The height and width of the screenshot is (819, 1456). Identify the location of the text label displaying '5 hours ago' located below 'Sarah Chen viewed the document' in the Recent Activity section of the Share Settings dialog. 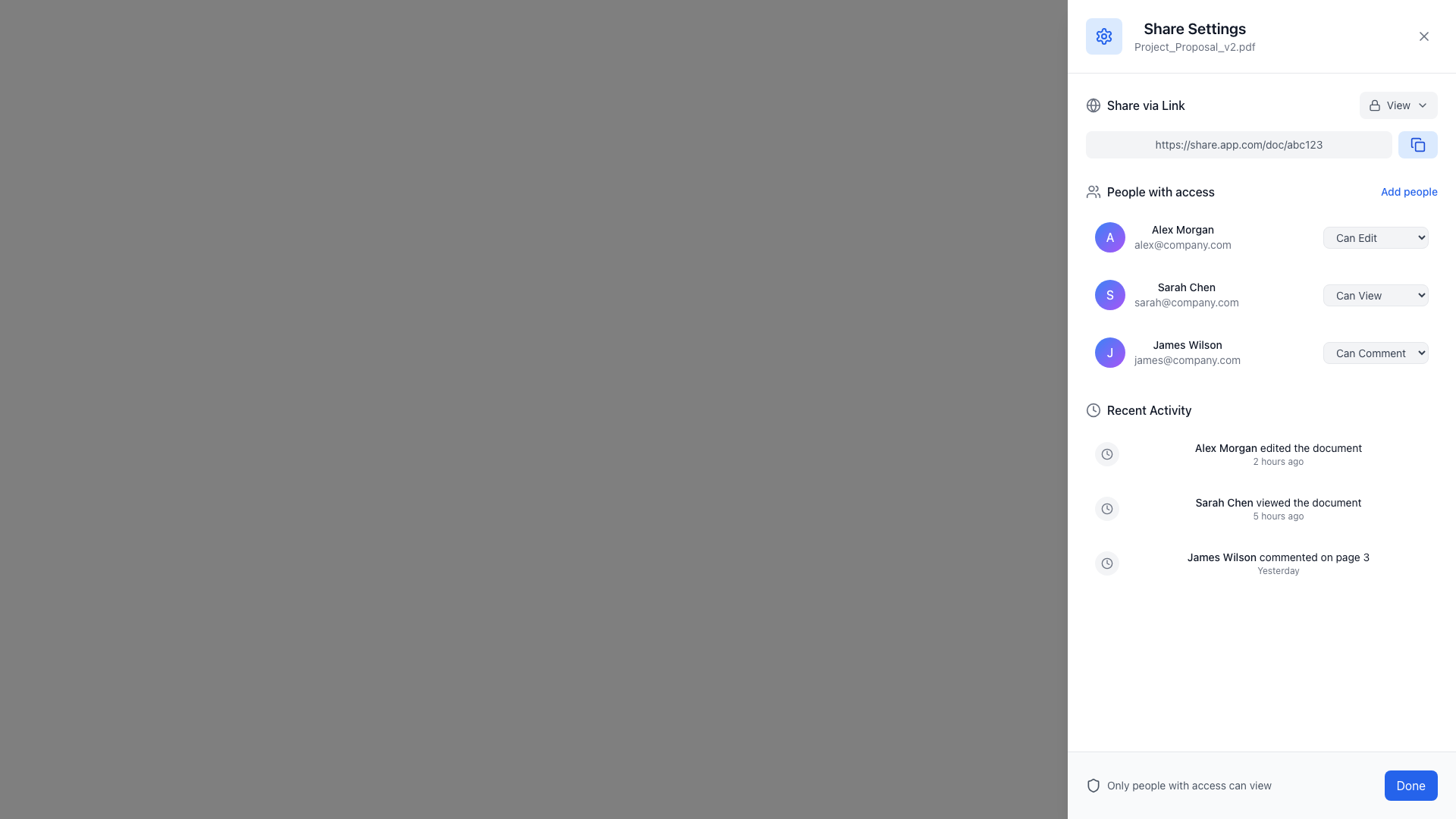
(1277, 516).